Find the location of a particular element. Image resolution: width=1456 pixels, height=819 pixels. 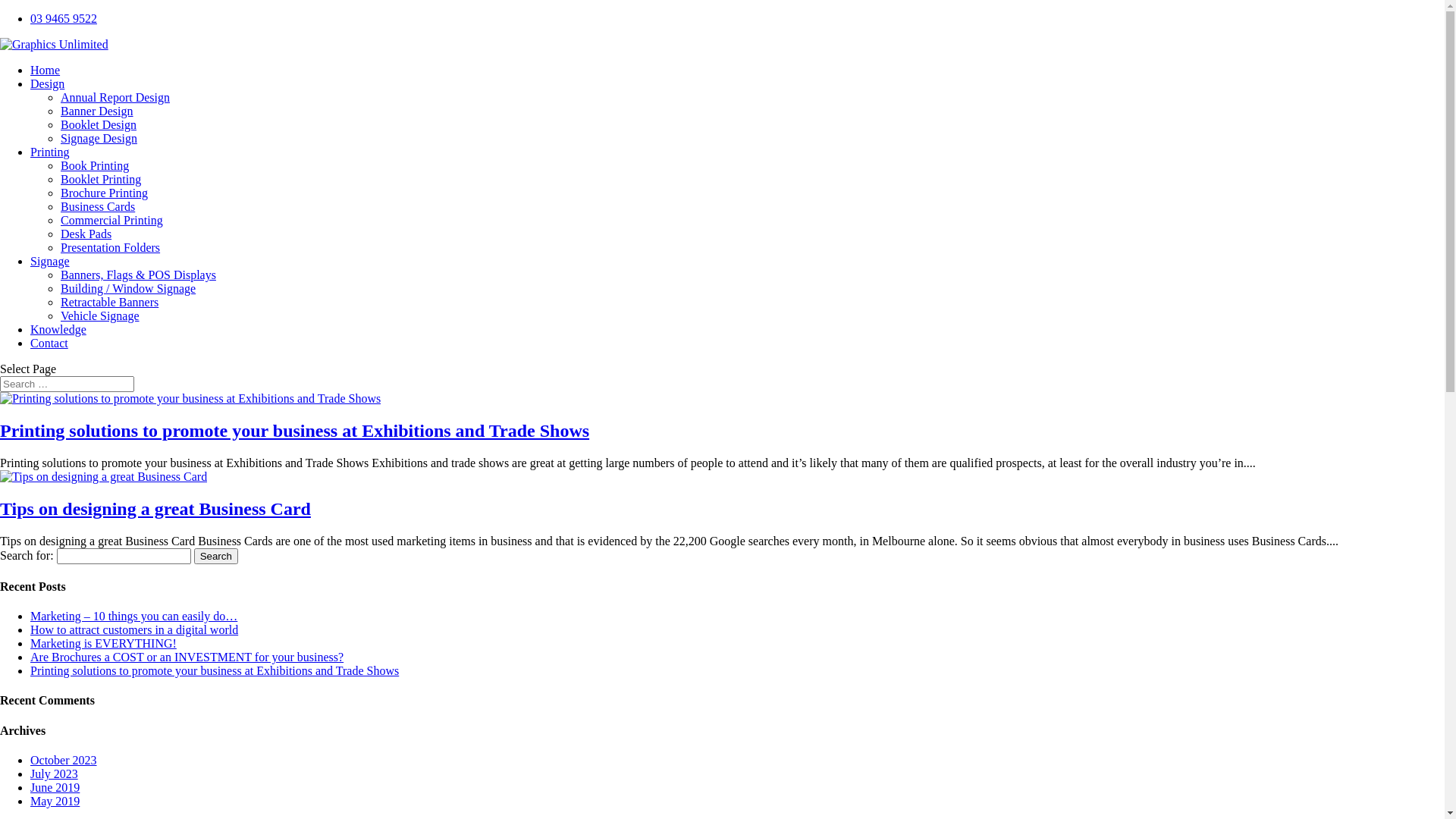

'Signage Design' is located at coordinates (98, 138).